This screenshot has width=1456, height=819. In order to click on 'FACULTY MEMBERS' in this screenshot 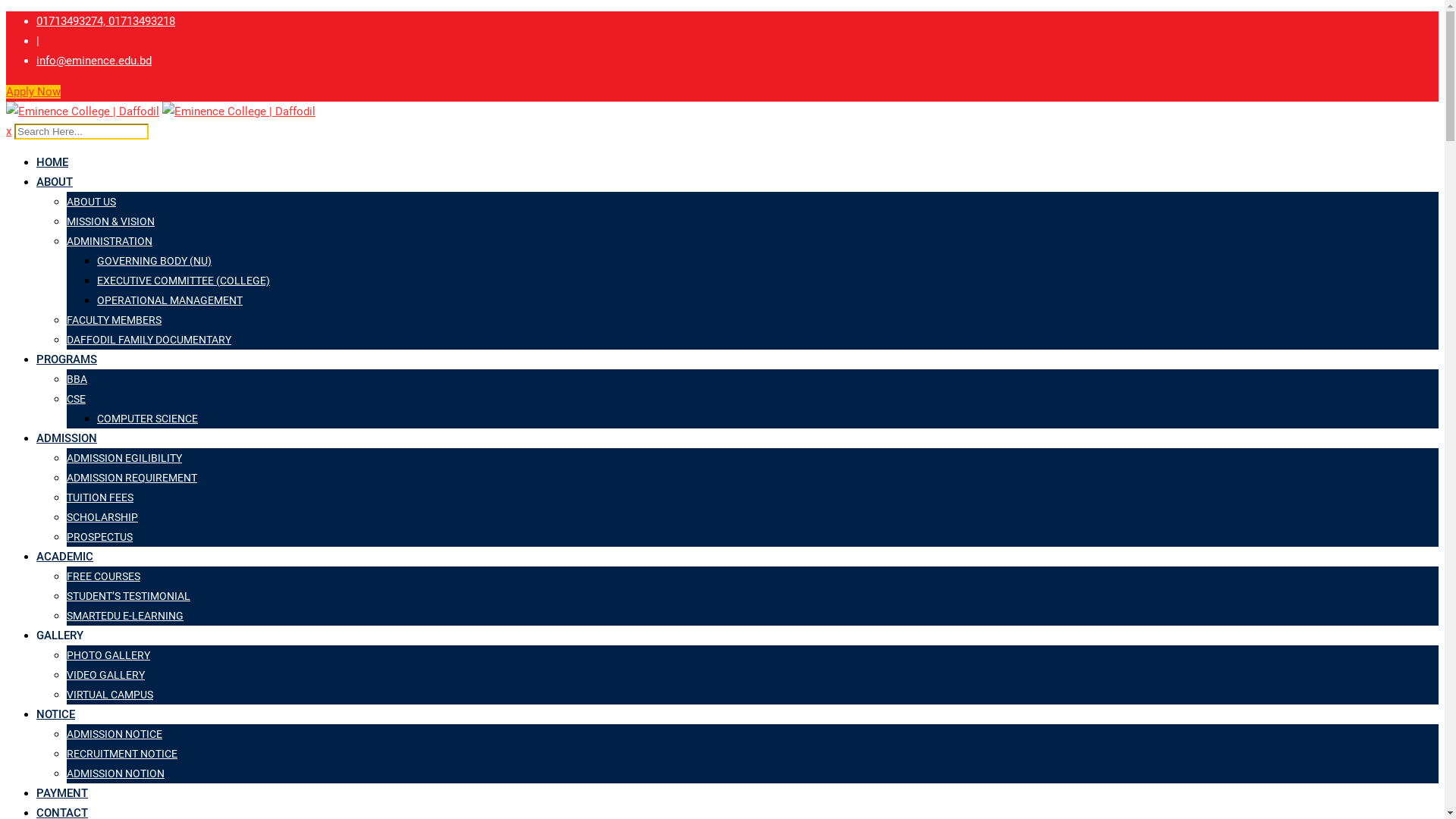, I will do `click(65, 318)`.